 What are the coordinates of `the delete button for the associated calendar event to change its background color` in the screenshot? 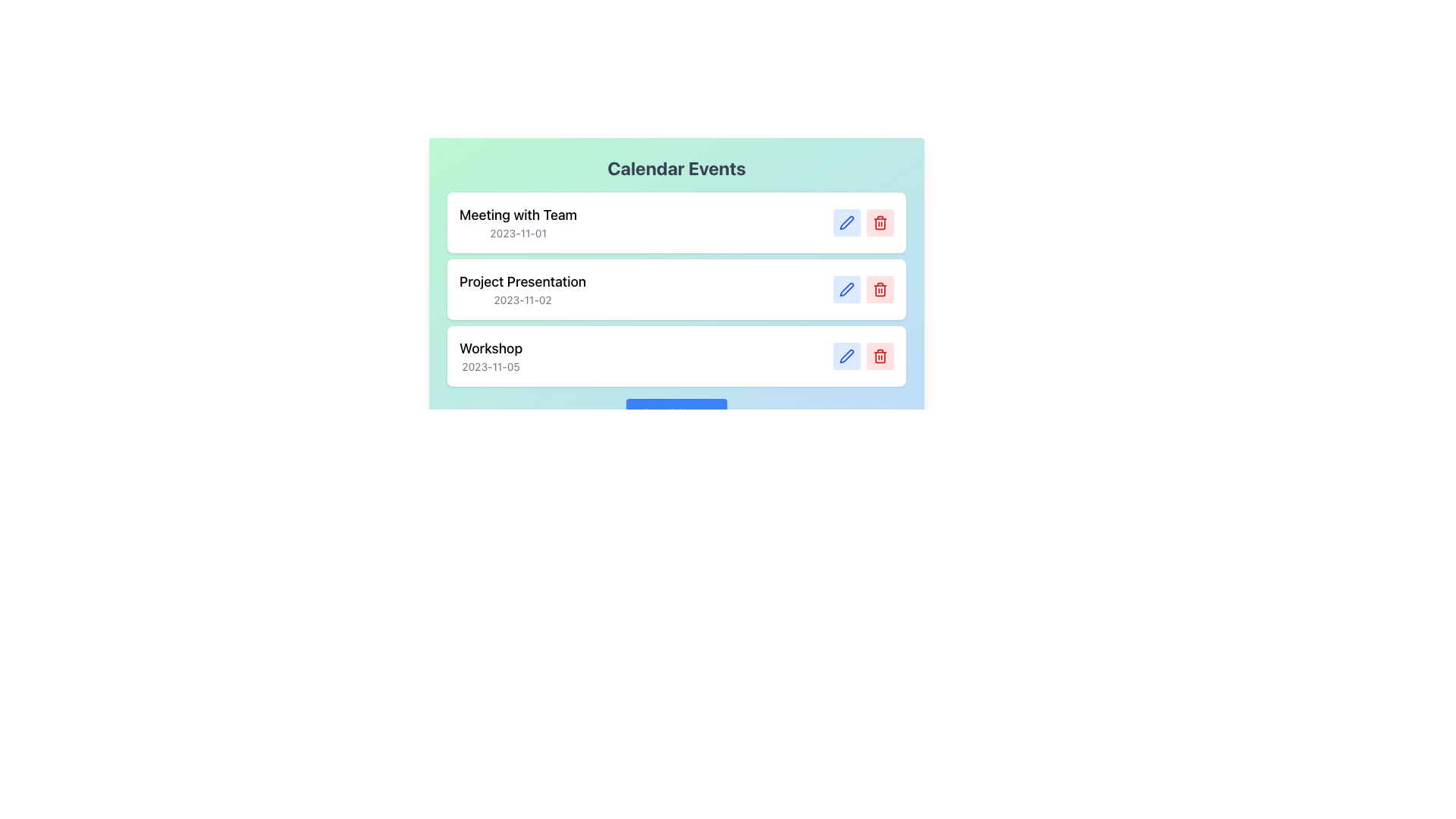 It's located at (880, 356).